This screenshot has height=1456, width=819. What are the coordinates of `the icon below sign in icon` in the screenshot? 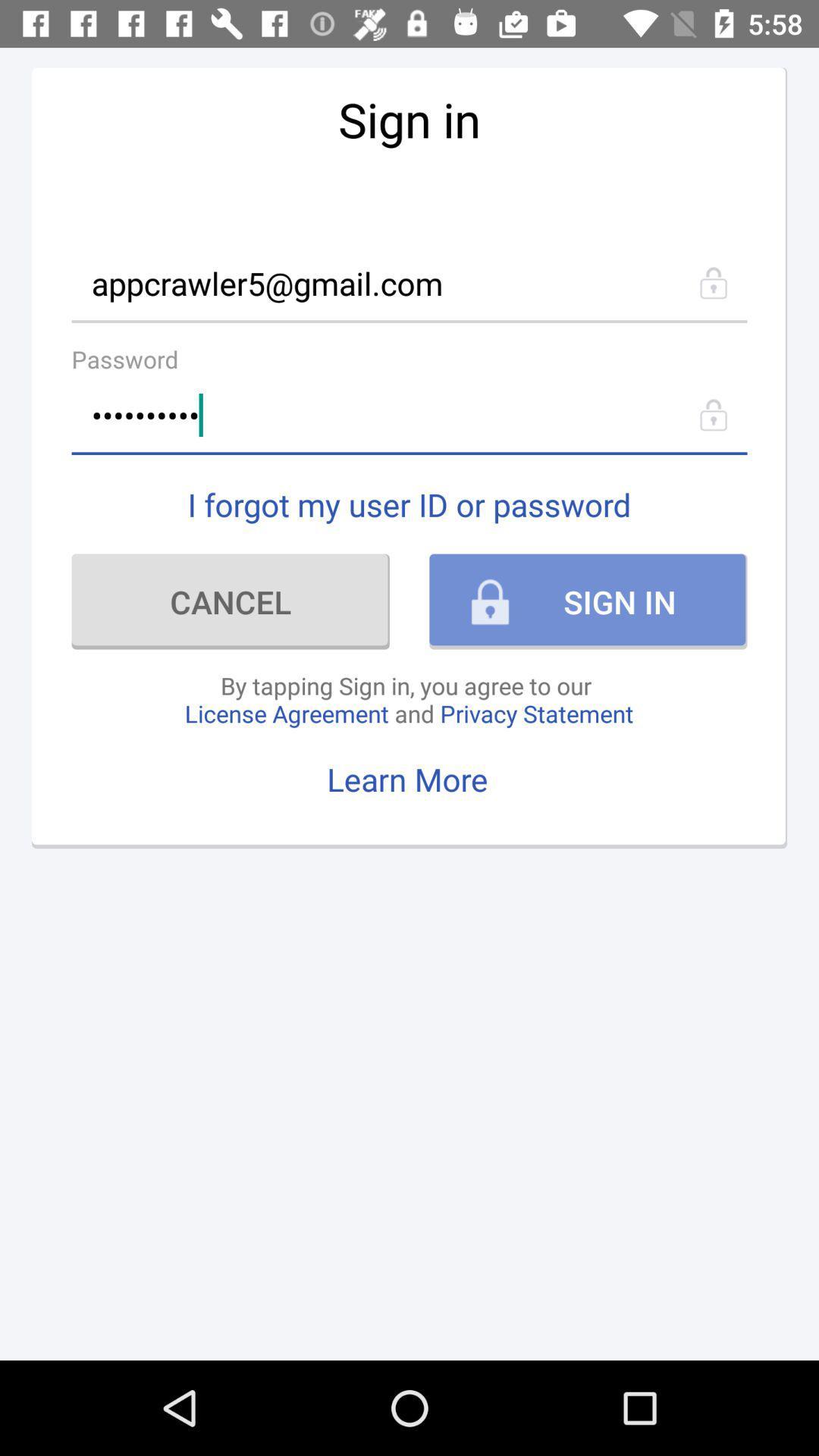 It's located at (409, 283).